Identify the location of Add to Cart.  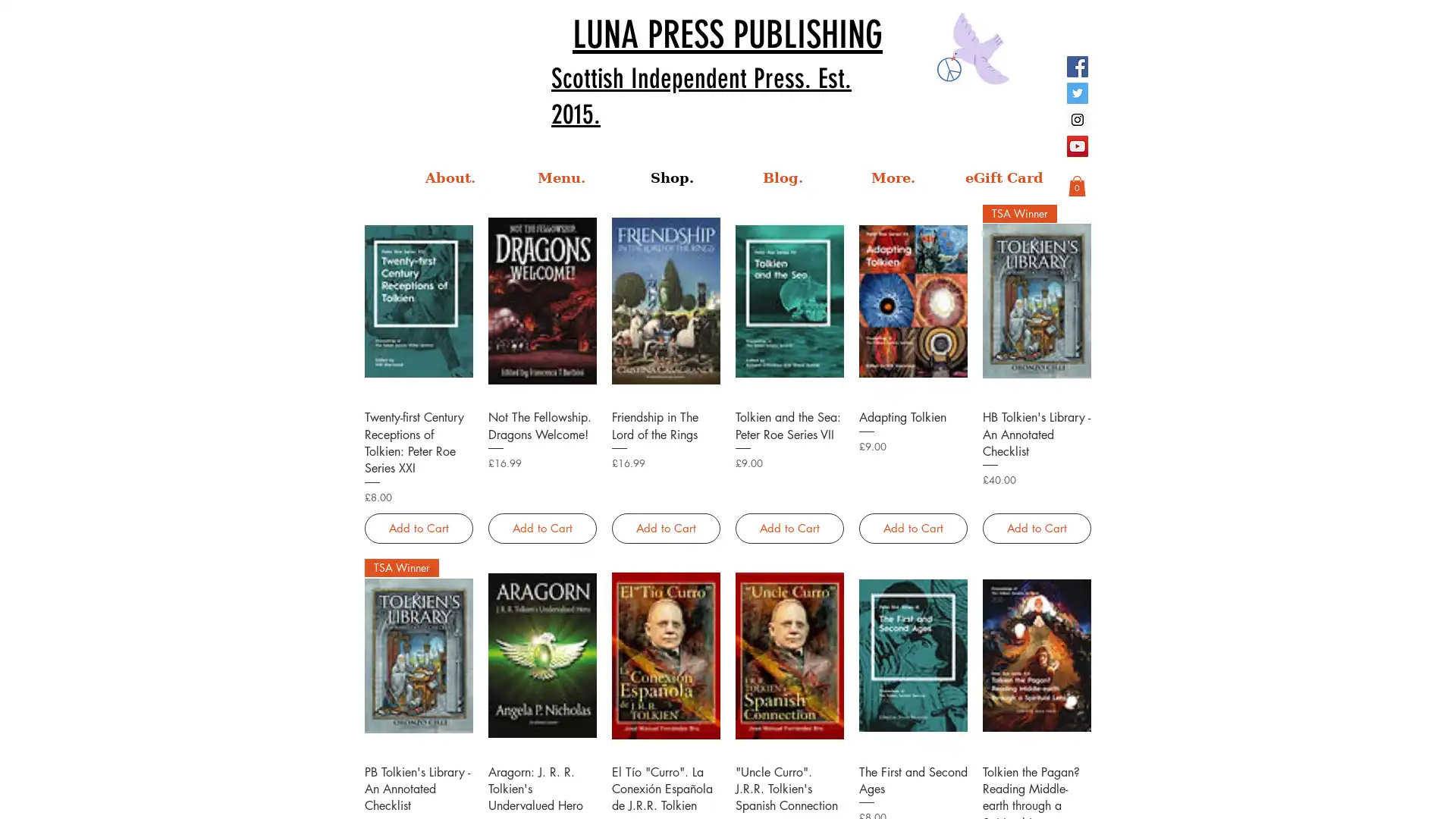
(1035, 527).